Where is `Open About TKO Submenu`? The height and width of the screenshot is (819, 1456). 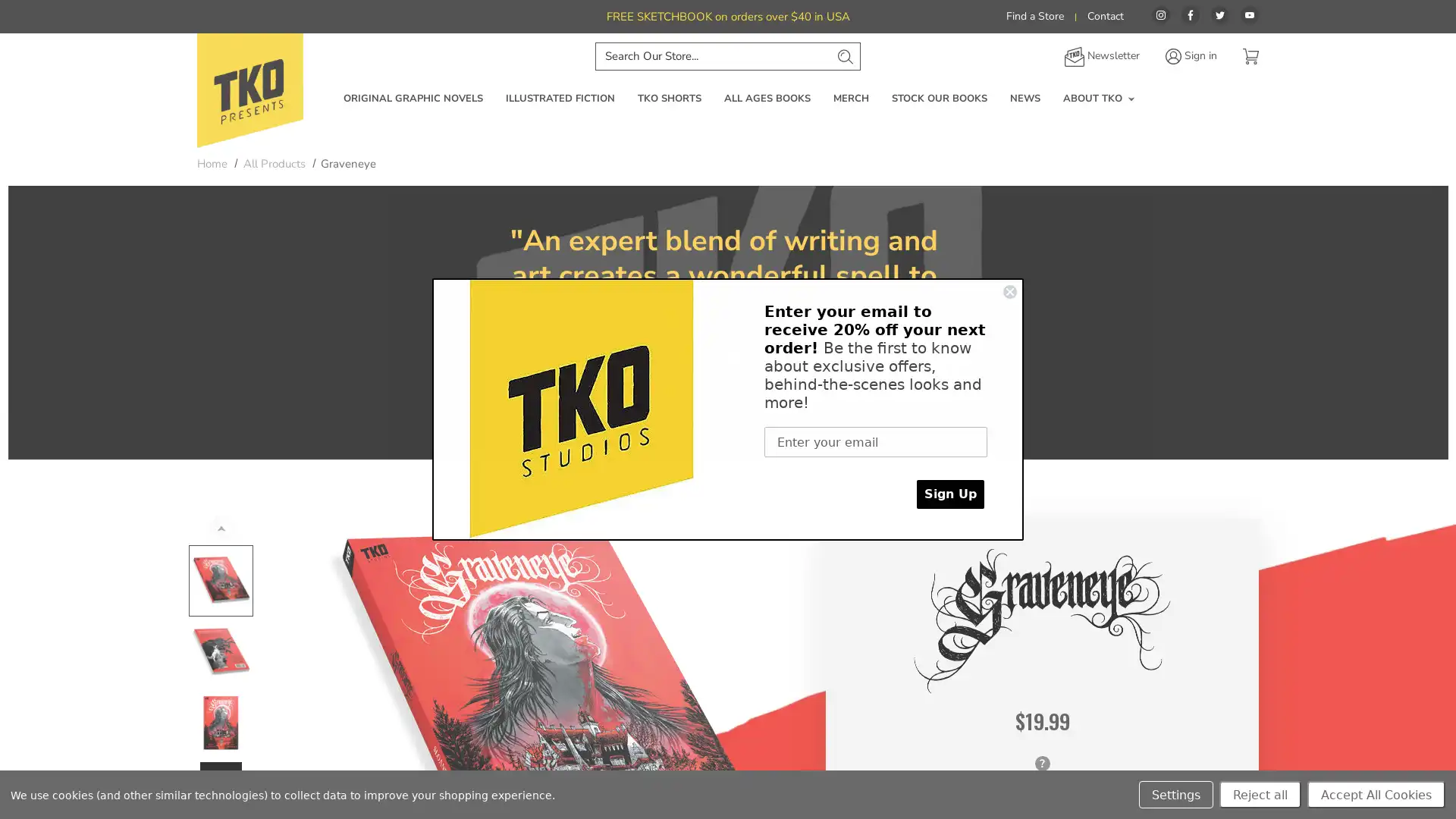 Open About TKO Submenu is located at coordinates (1131, 99).